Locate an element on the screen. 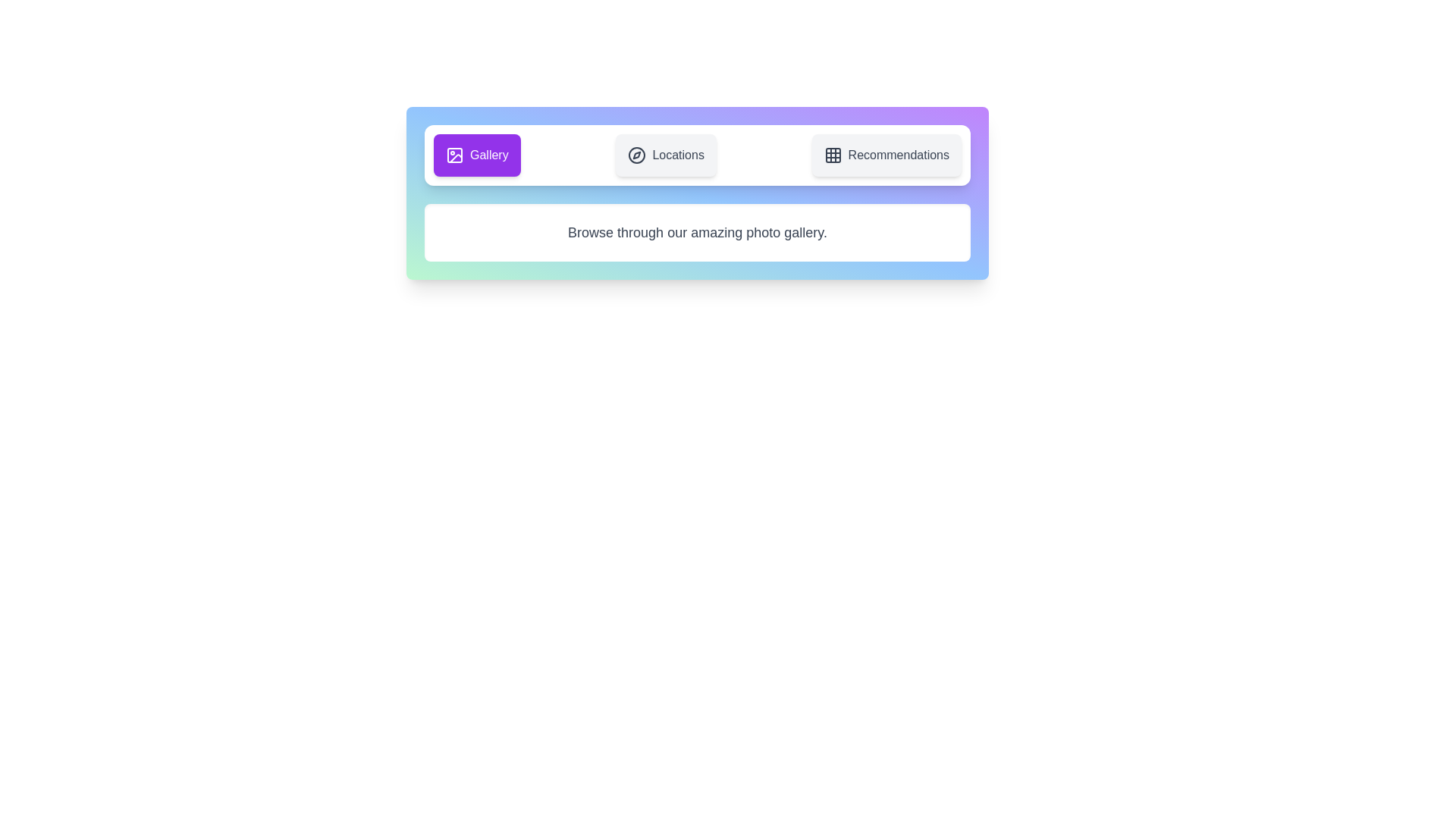 Image resolution: width=1456 pixels, height=819 pixels. the tab Gallery by clicking on it is located at coordinates (476, 155).